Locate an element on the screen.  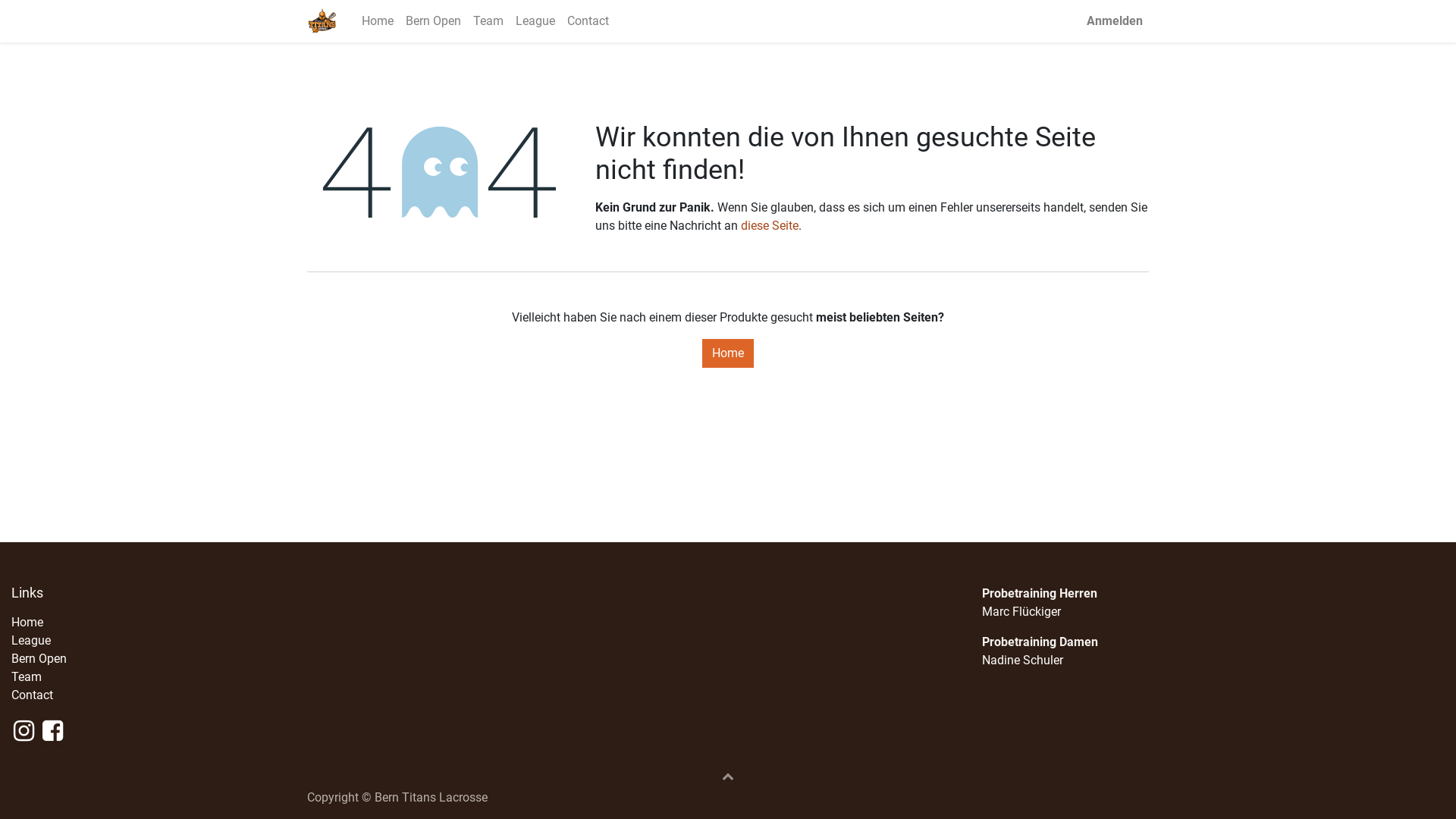
'Nach Oben Scrollen' is located at coordinates (709, 775).